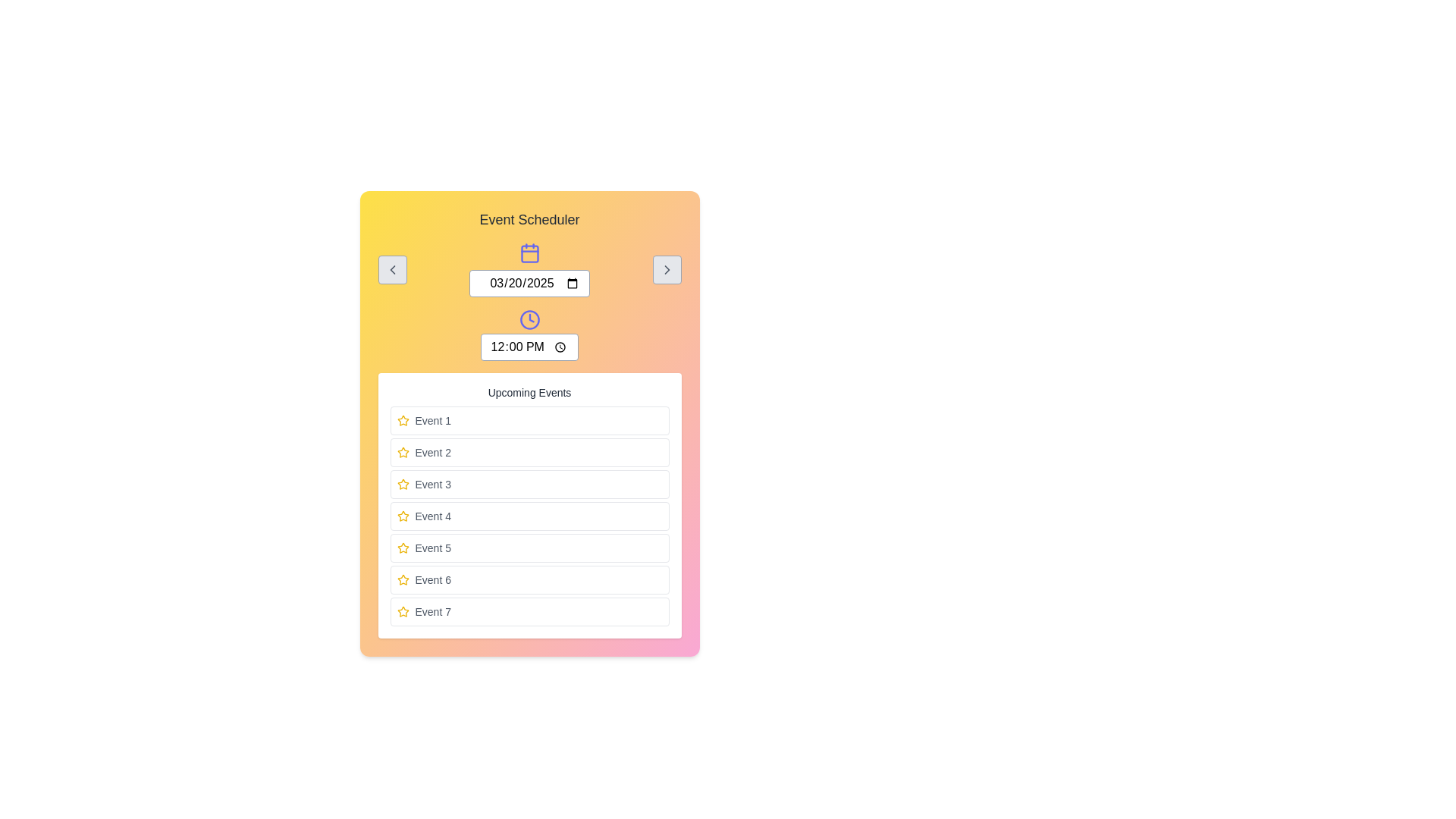  What do you see at coordinates (529, 548) in the screenshot?
I see `the fifth event item` at bounding box center [529, 548].